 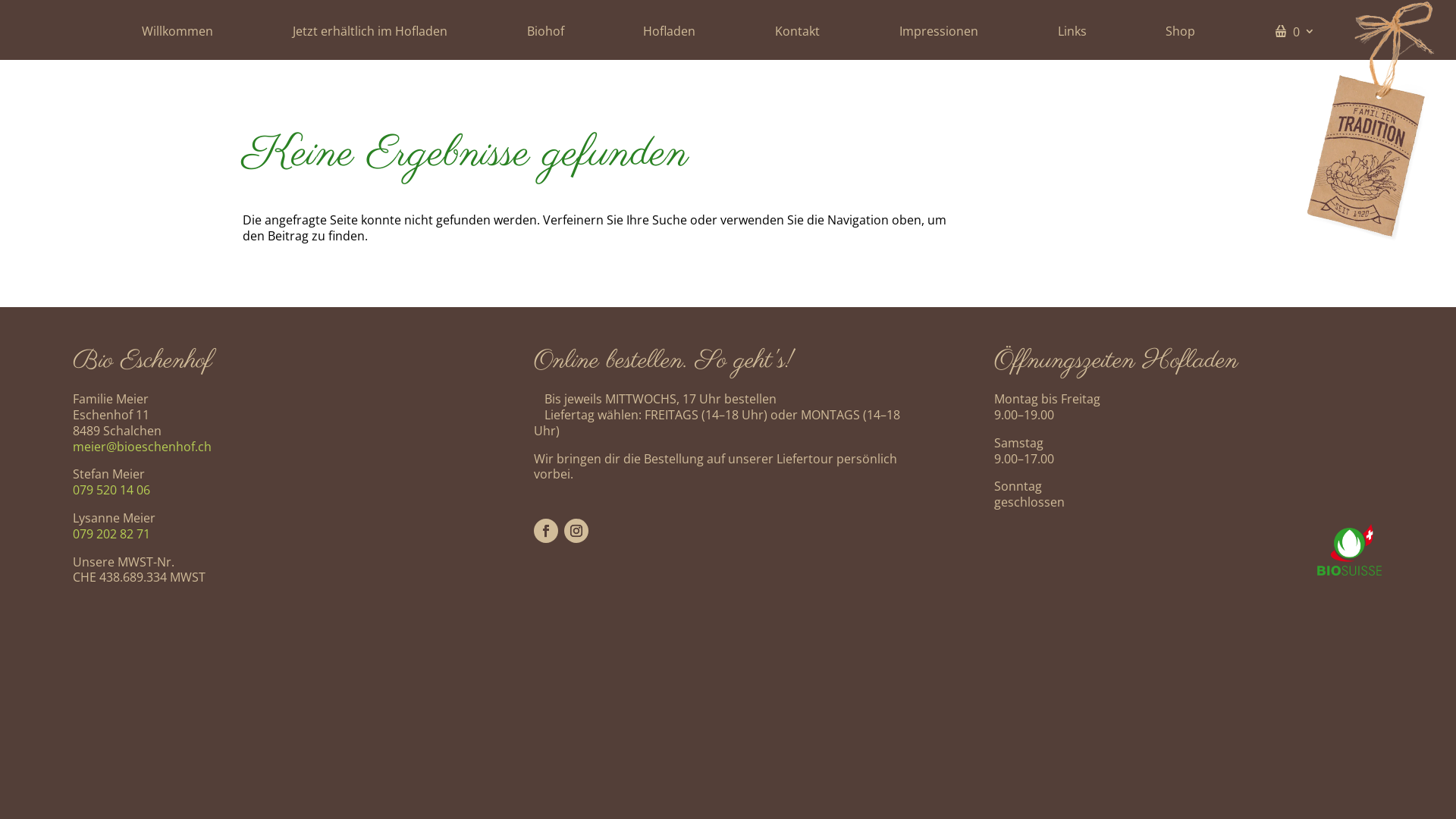 What do you see at coordinates (142, 446) in the screenshot?
I see `'meier@bioeschenhof.ch'` at bounding box center [142, 446].